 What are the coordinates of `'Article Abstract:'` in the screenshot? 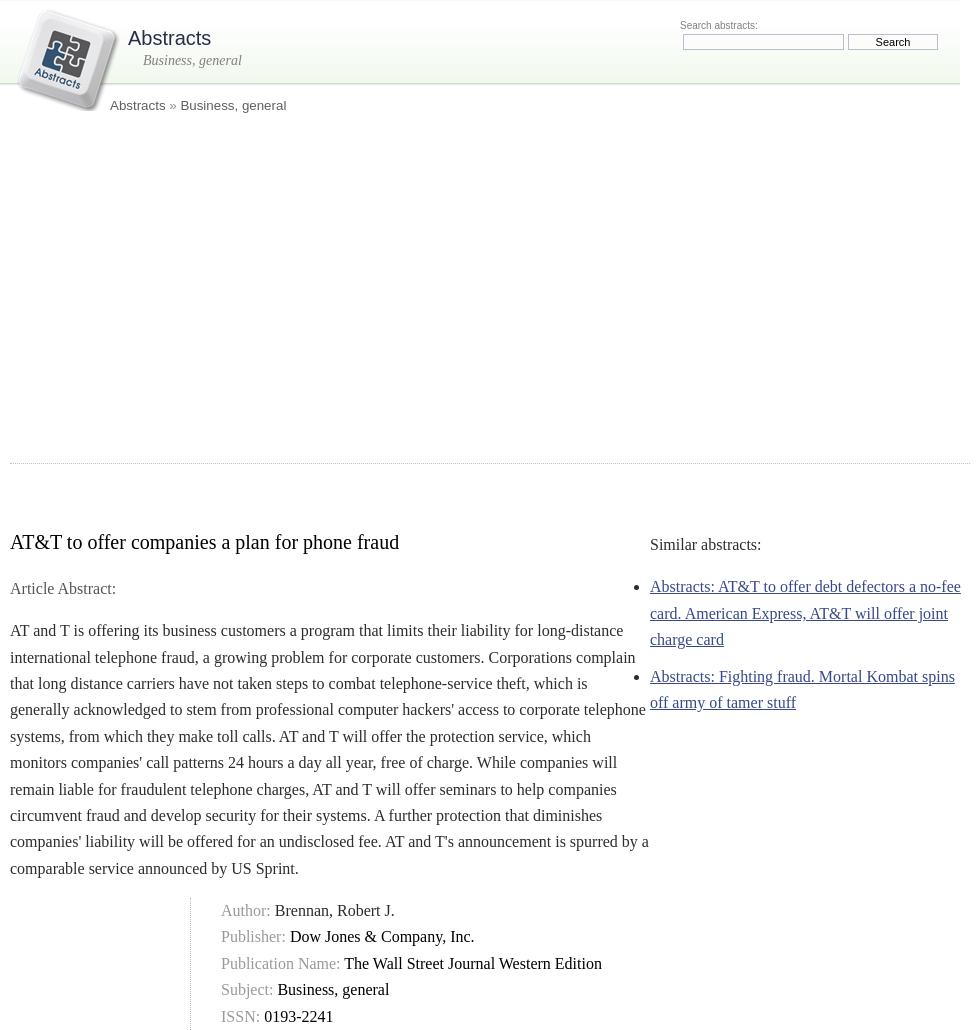 It's located at (62, 587).